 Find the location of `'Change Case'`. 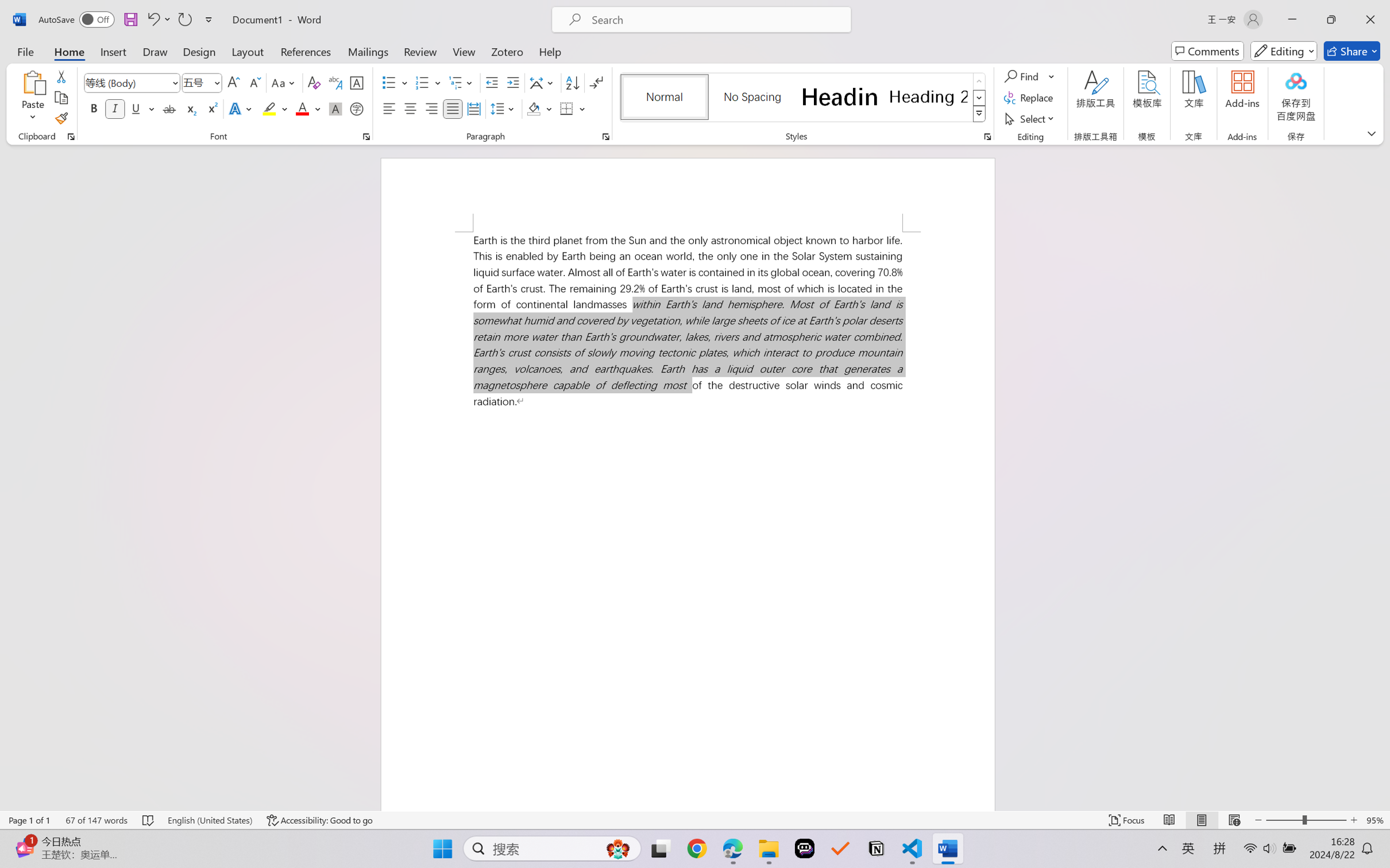

'Change Case' is located at coordinates (283, 83).